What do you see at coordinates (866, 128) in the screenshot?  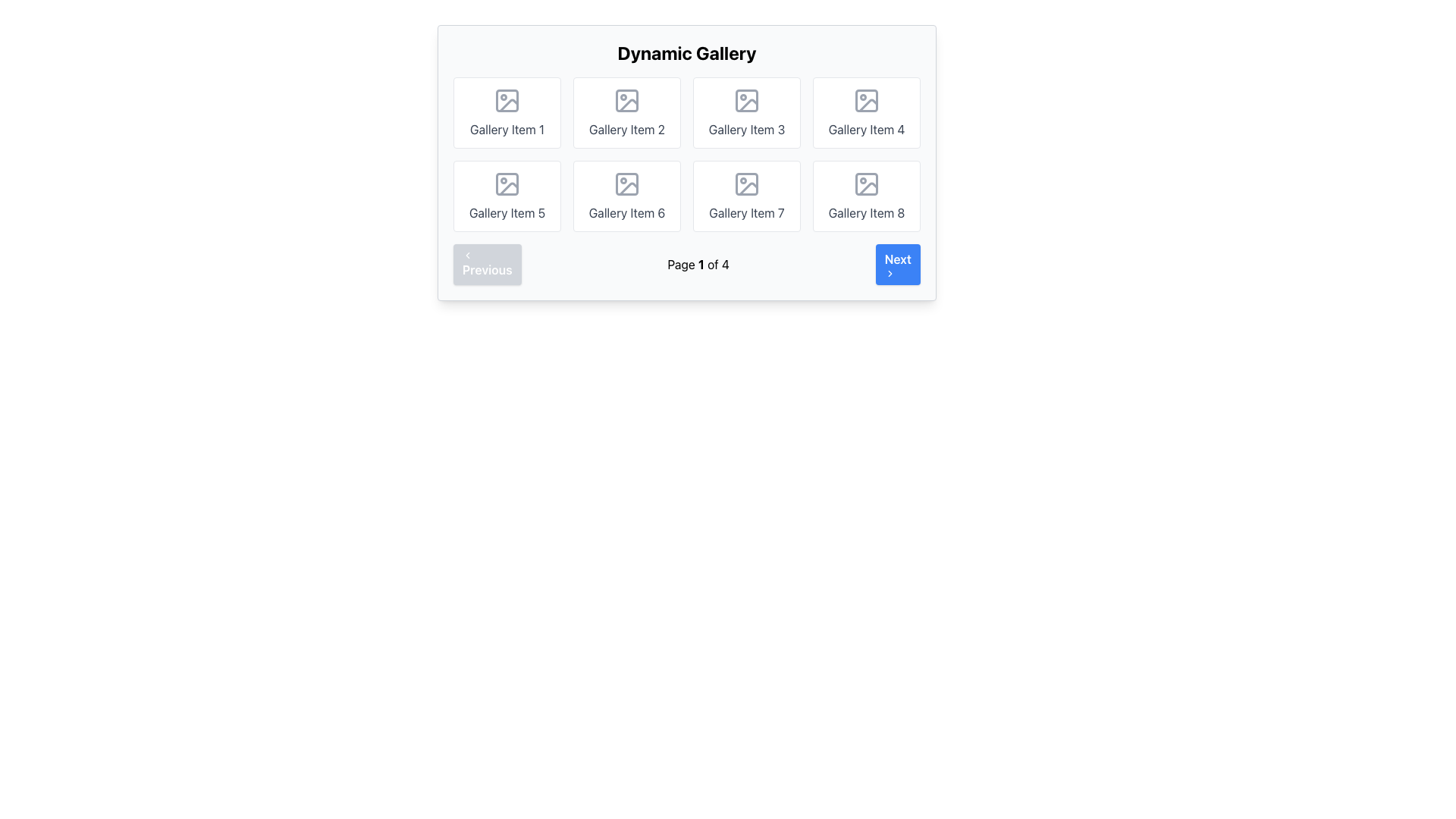 I see `on the text label 'Gallery Item 4' which identifies the fourth gallery item in the grid layout` at bounding box center [866, 128].